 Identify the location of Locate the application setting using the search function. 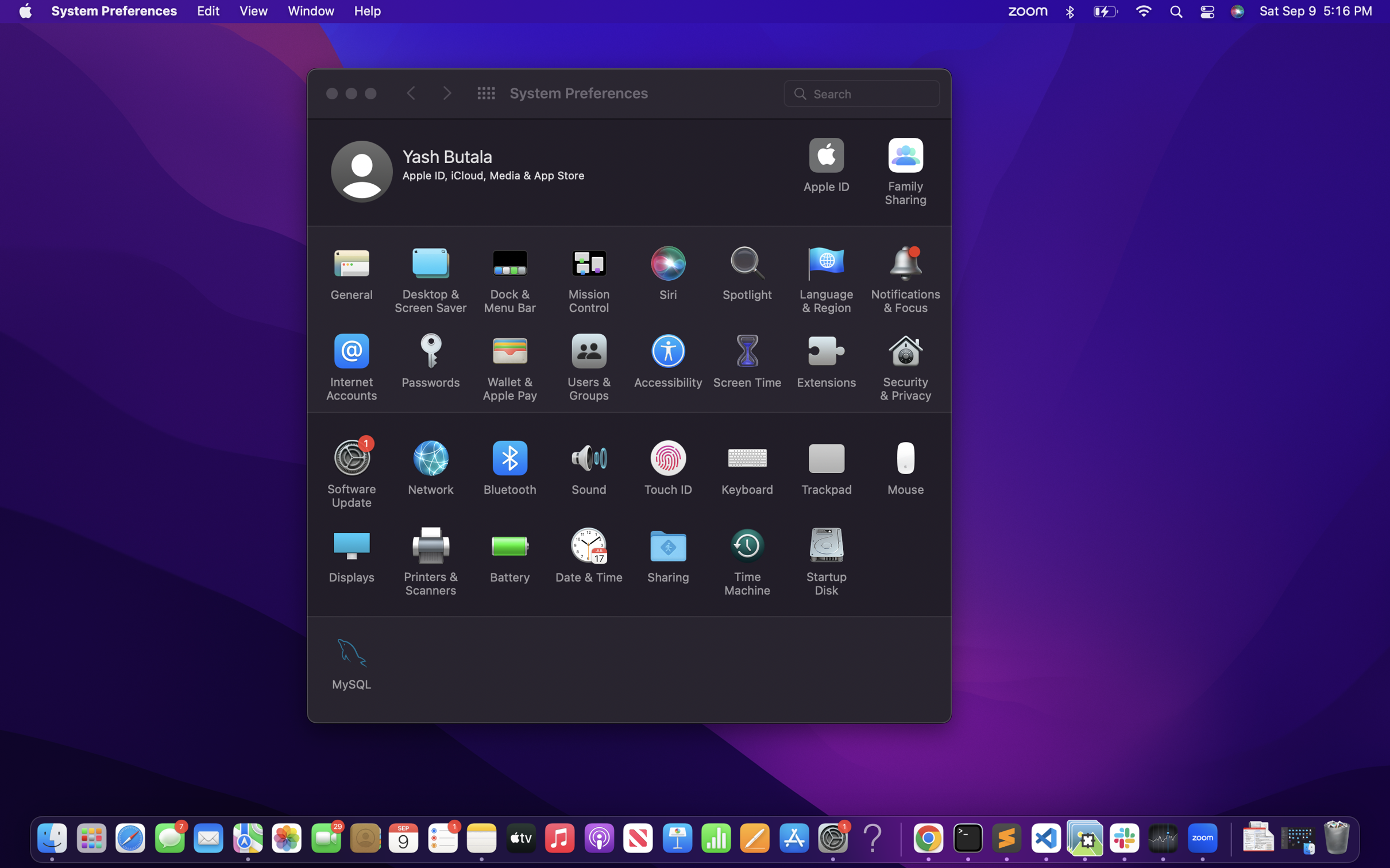
(863, 92).